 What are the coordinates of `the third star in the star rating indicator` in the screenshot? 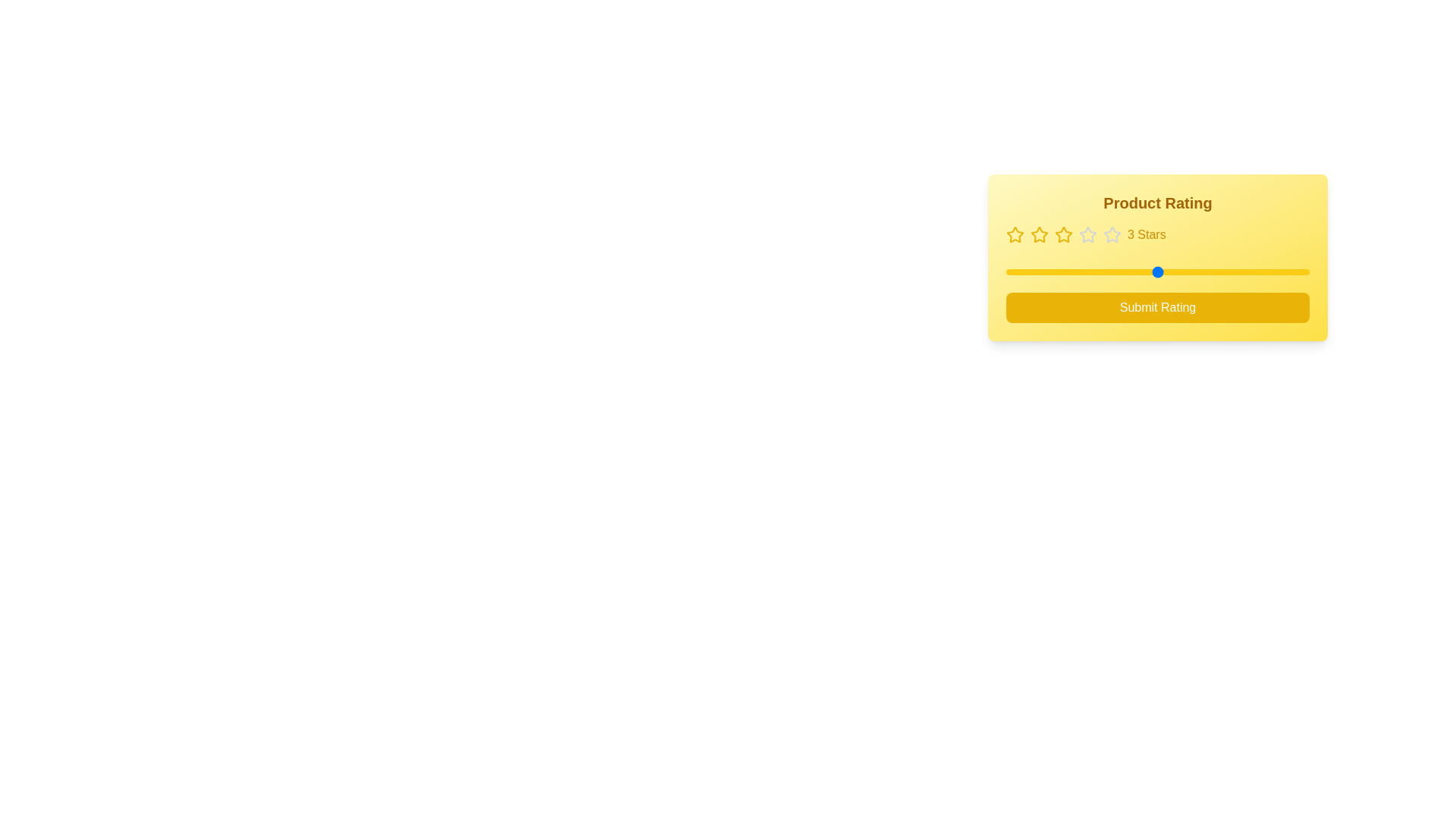 It's located at (1087, 234).